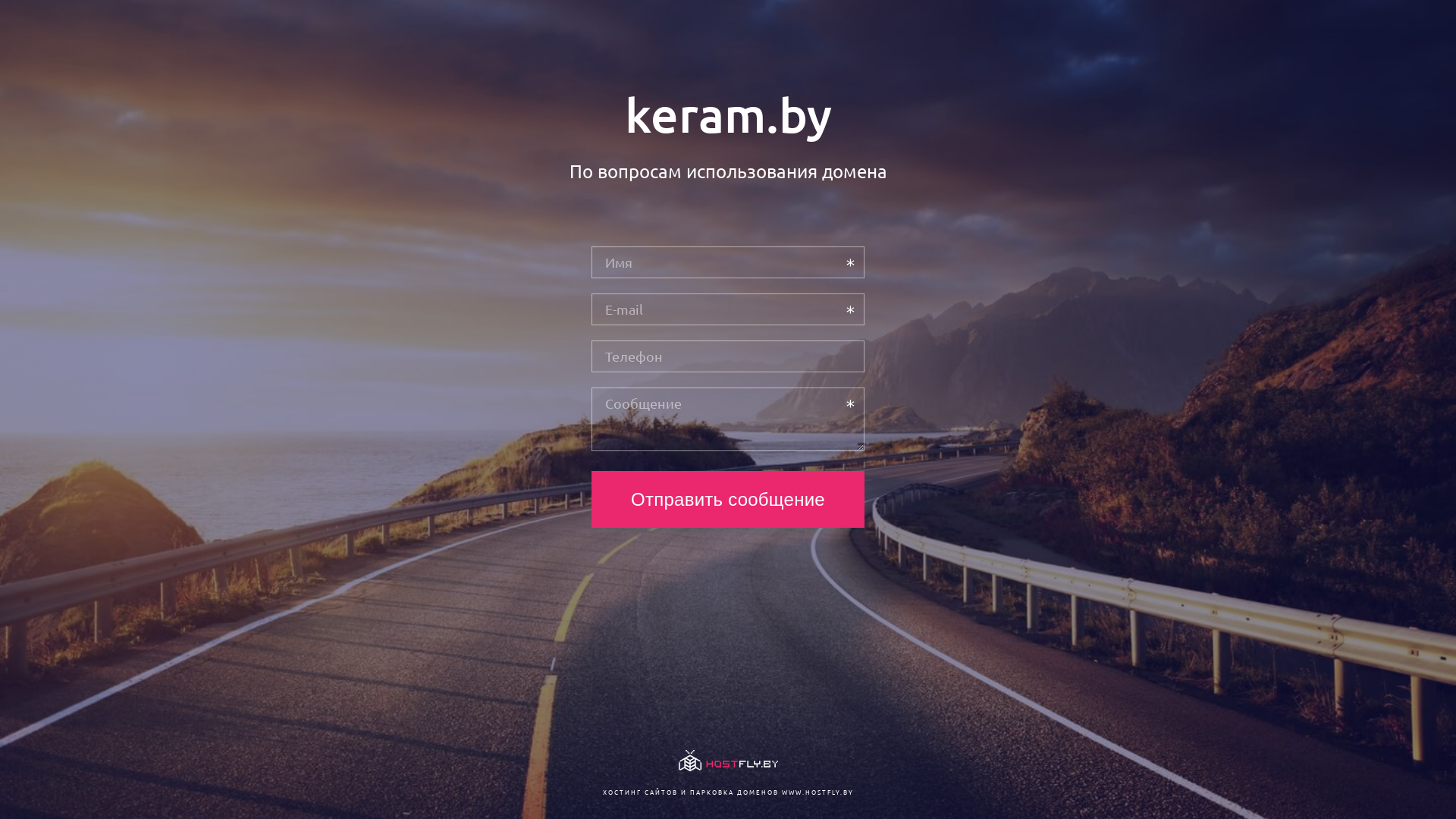 This screenshot has width=1456, height=819. Describe the element at coordinates (816, 791) in the screenshot. I see `'WWW.HOSTFLY.BY'` at that location.